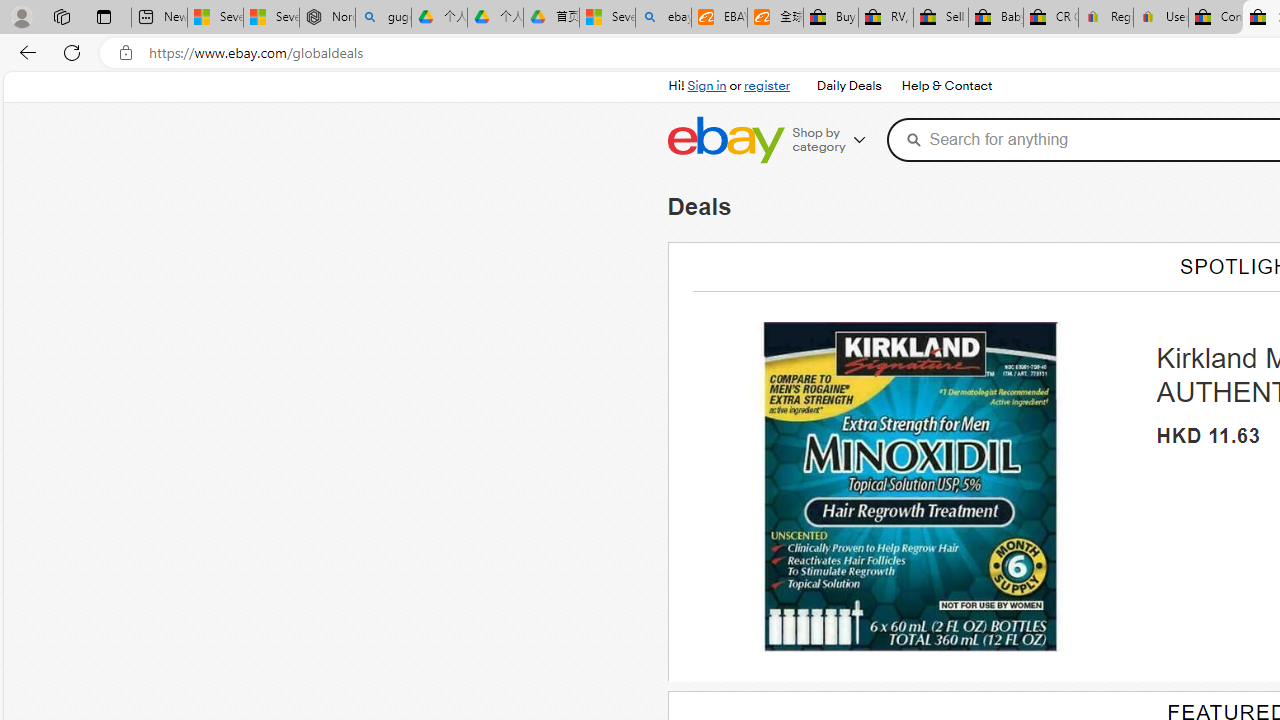 This screenshot has width=1280, height=720. What do you see at coordinates (1160, 17) in the screenshot?
I see `'User Privacy Notice | eBay'` at bounding box center [1160, 17].